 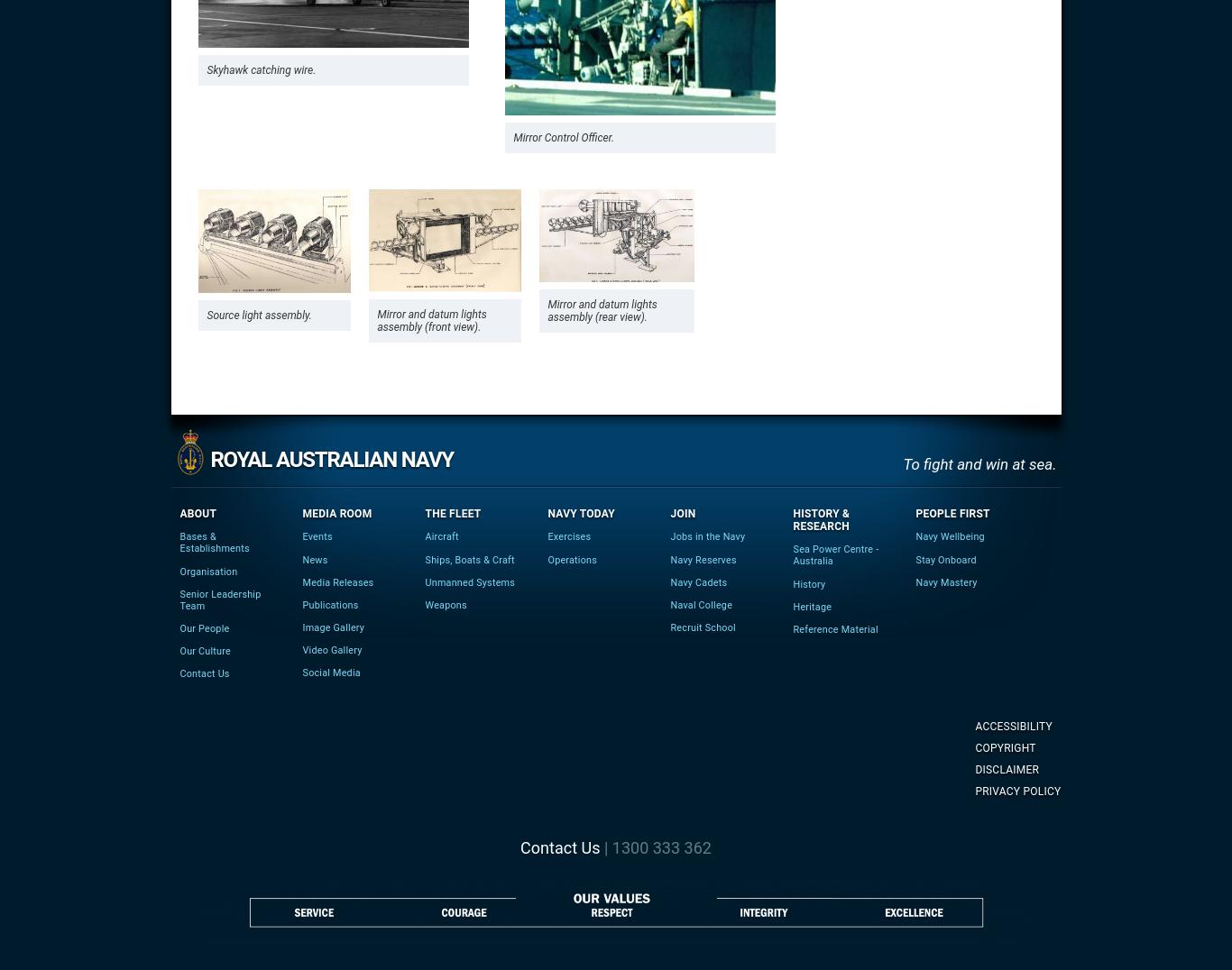 What do you see at coordinates (1012, 727) in the screenshot?
I see `'Accessibility'` at bounding box center [1012, 727].